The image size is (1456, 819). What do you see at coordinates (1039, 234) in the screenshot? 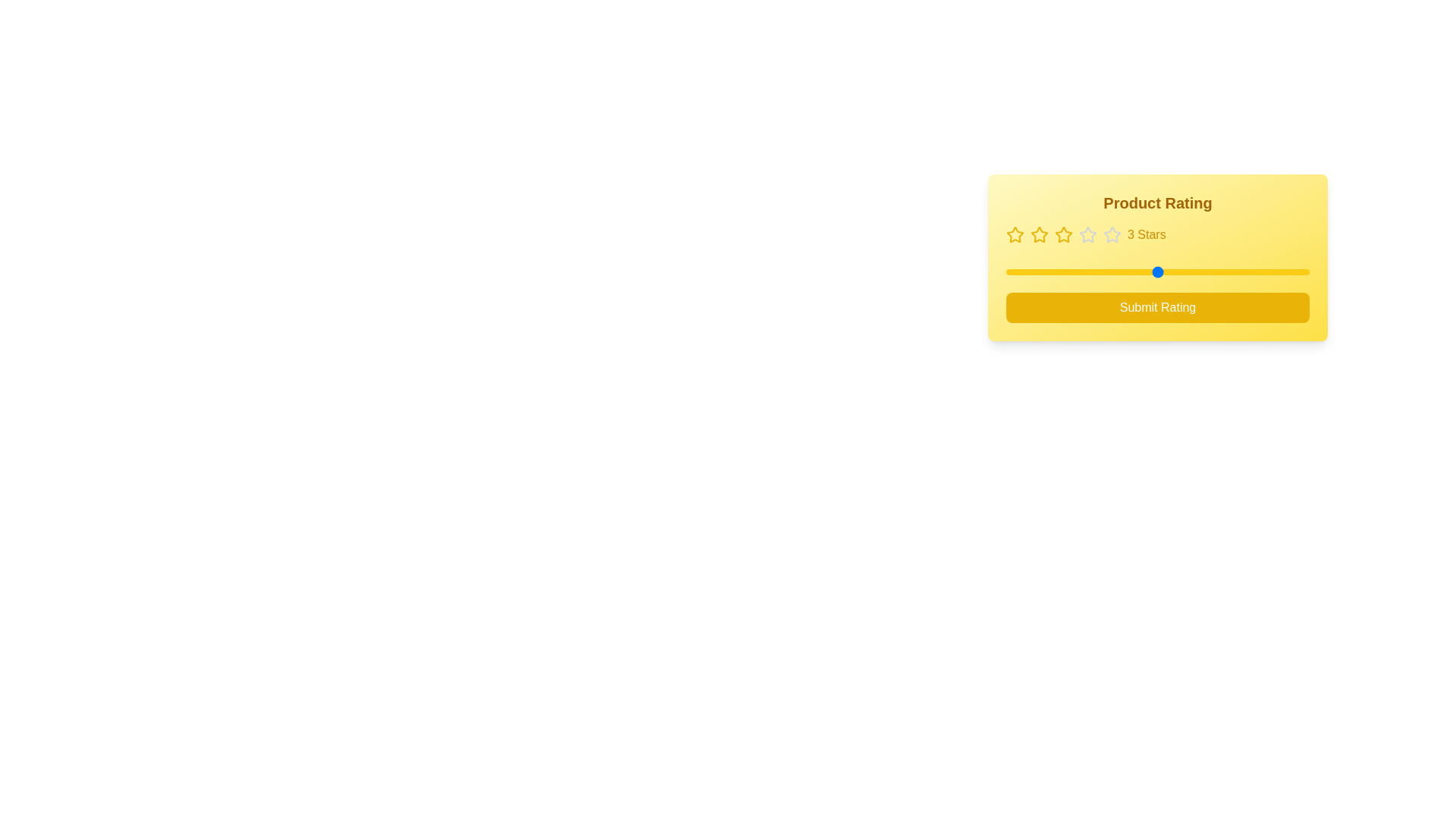
I see `the third star icon` at bounding box center [1039, 234].